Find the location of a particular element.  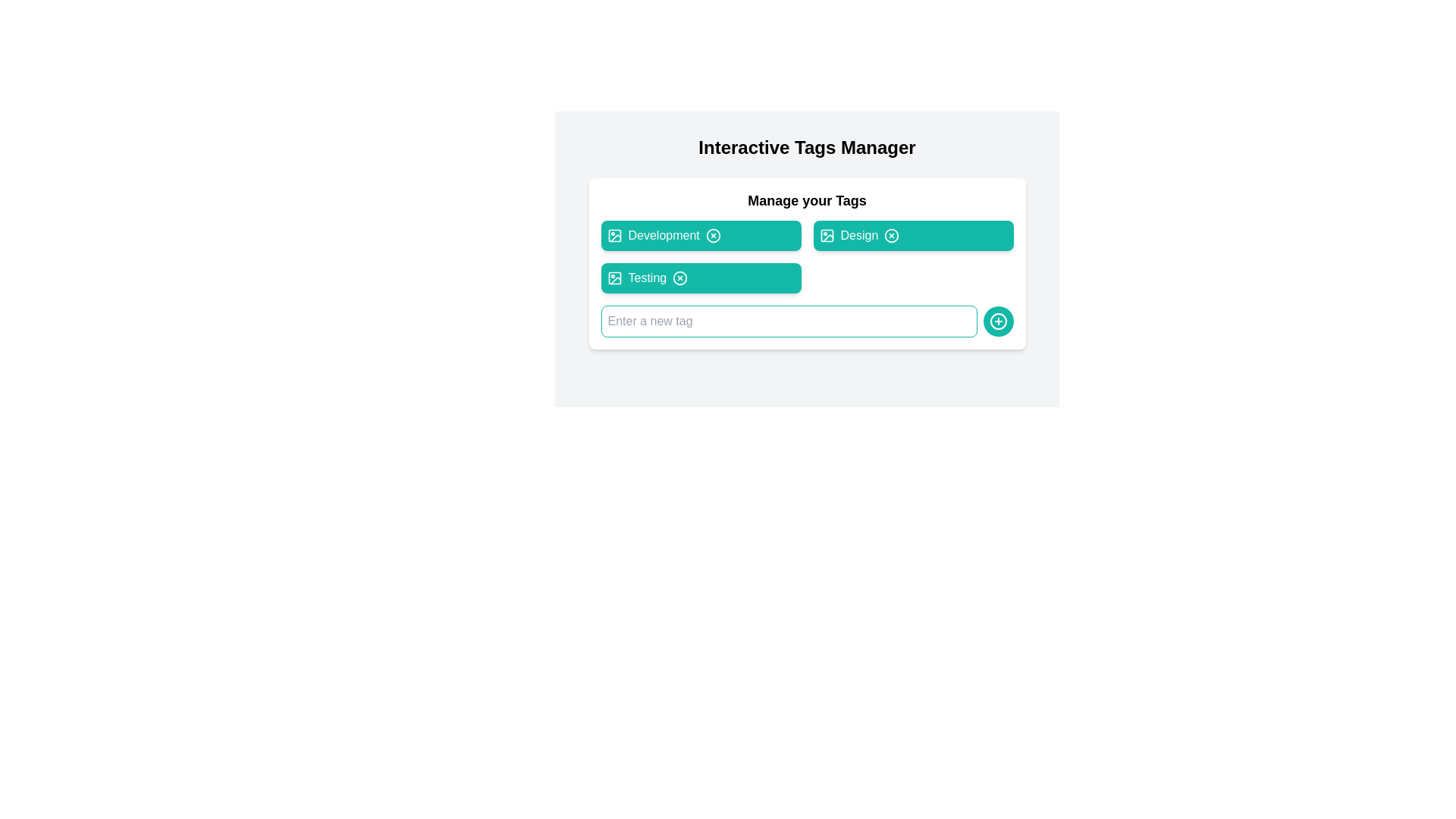

the circular SVG graphic component located within the 'Development' label in the 'Manage your Tags' section, indicating a close or delete action is located at coordinates (712, 236).